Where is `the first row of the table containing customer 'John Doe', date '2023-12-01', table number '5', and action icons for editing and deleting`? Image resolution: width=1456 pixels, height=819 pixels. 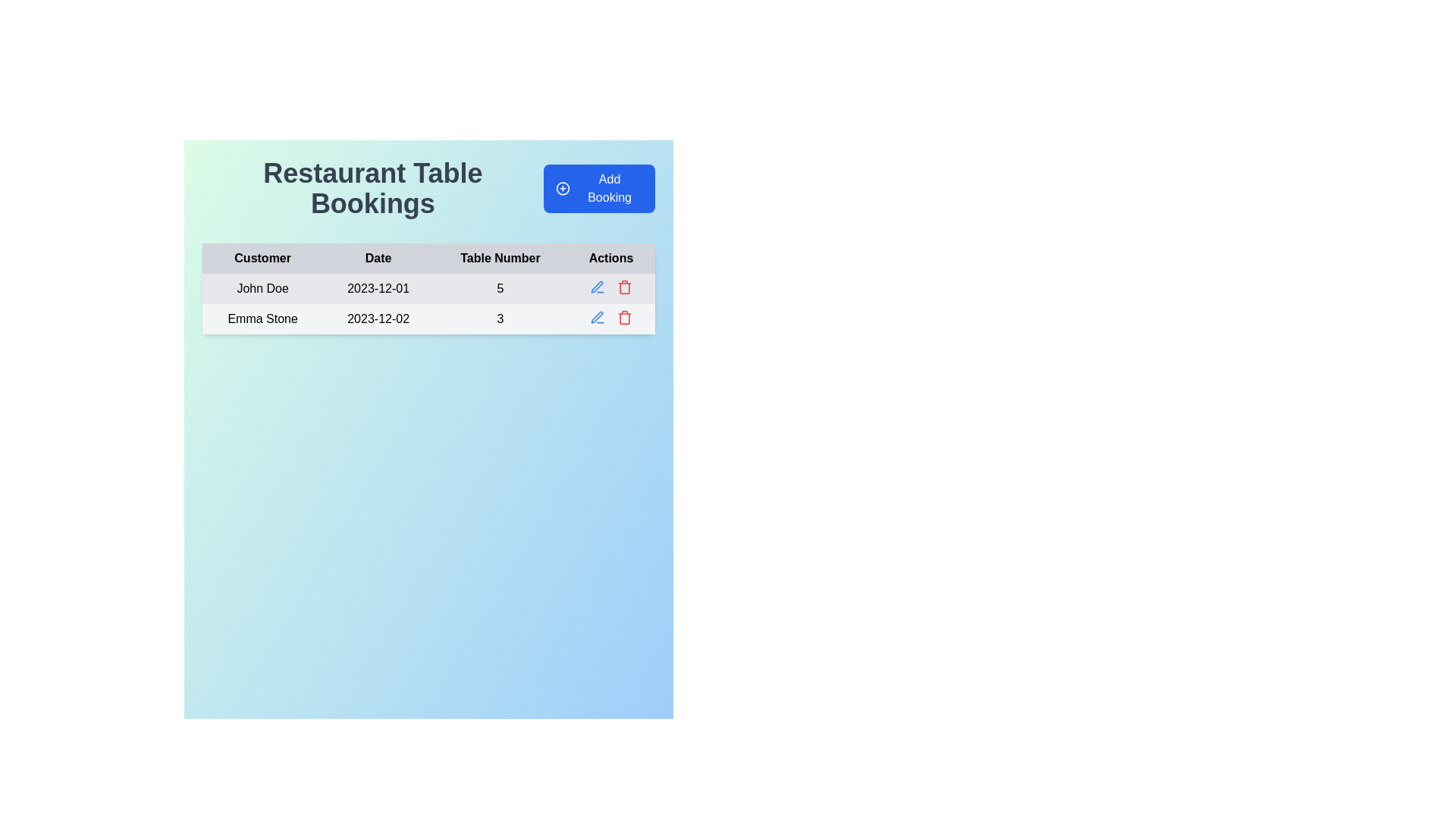
the first row of the table containing customer 'John Doe', date '2023-12-01', table number '5', and action icons for editing and deleting is located at coordinates (428, 304).